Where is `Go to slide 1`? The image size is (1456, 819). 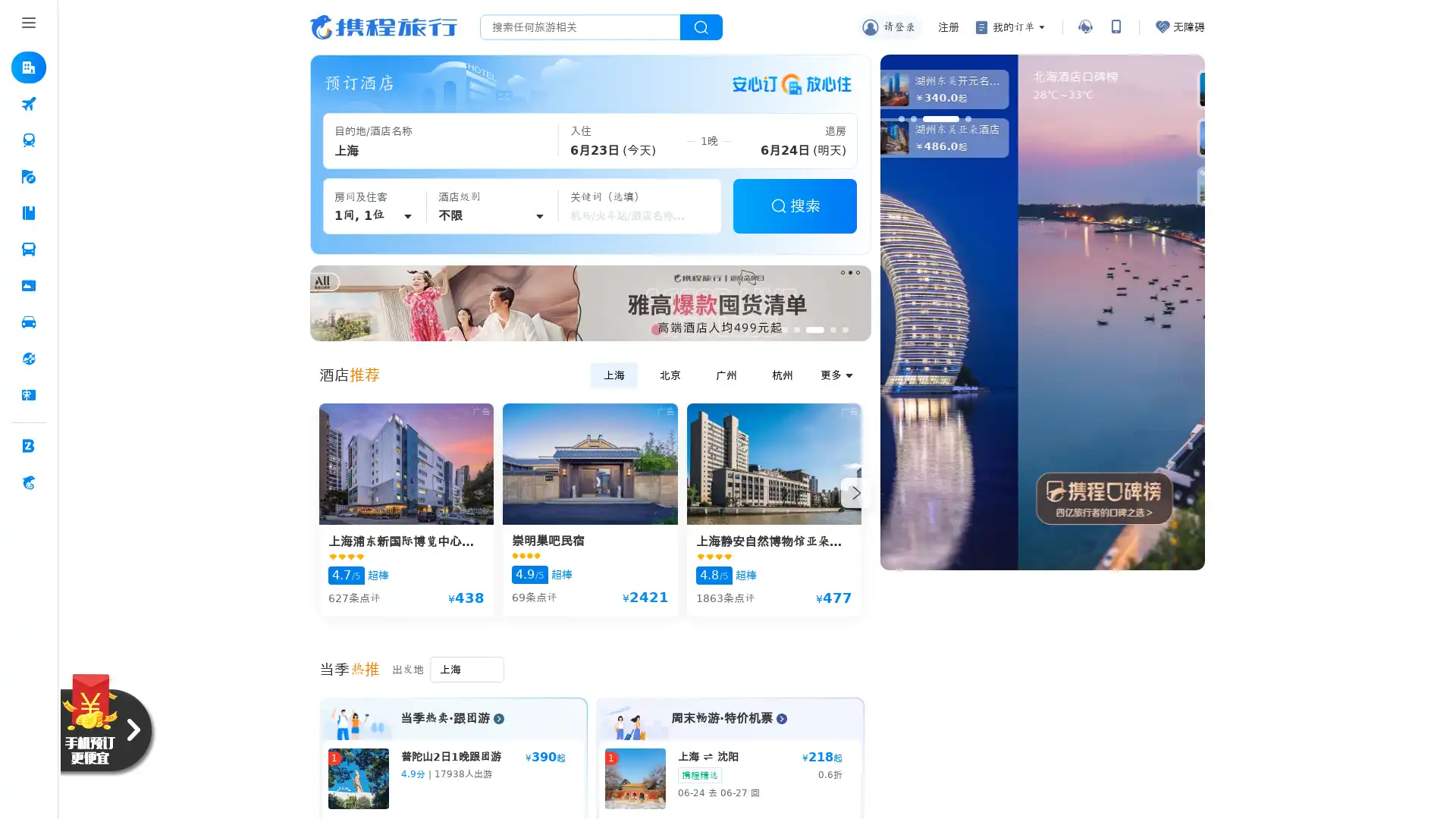 Go to slide 1 is located at coordinates (901, 118).